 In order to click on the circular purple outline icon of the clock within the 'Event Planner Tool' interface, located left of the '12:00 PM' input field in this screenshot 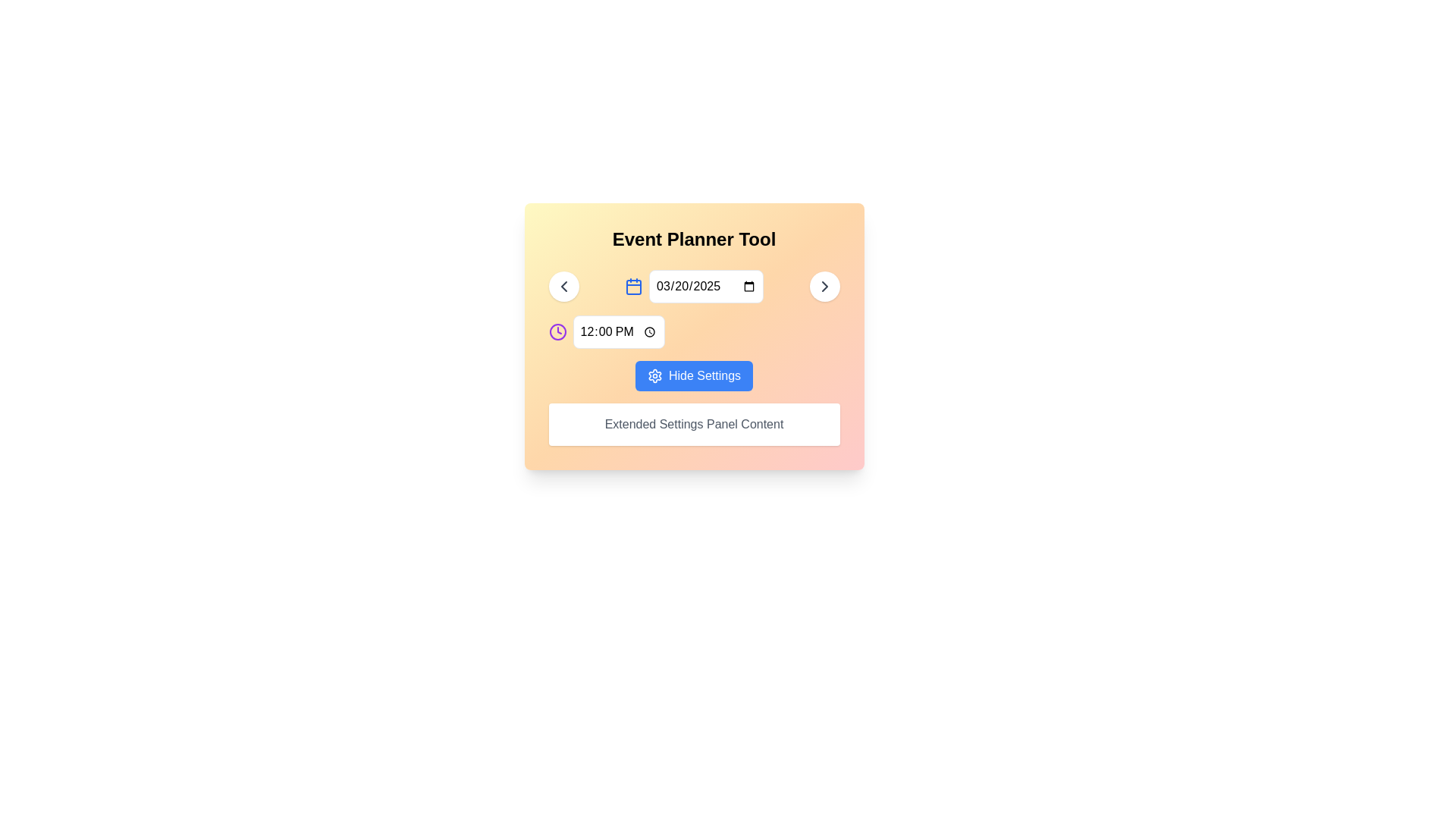, I will do `click(557, 331)`.